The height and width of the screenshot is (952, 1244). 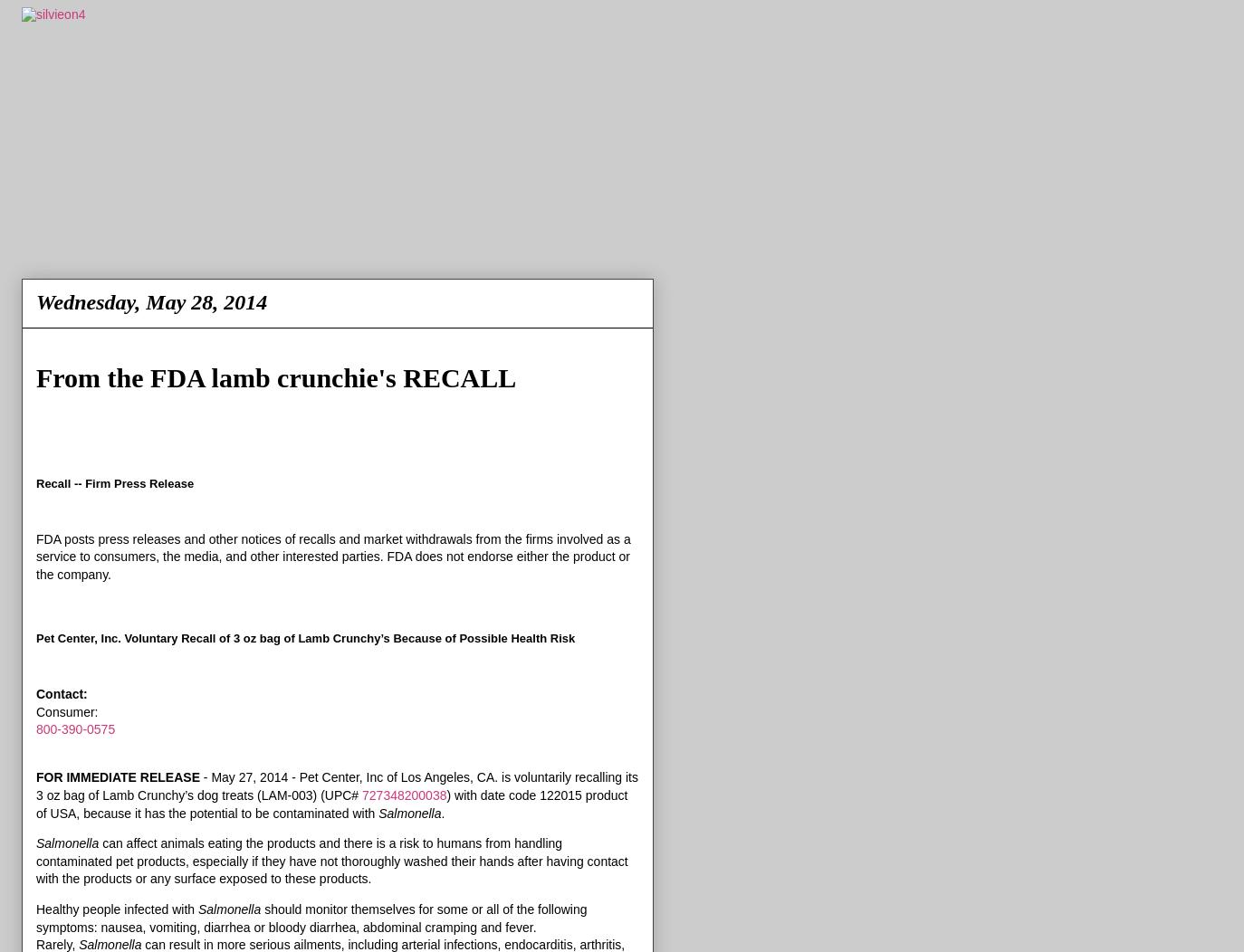 What do you see at coordinates (440, 812) in the screenshot?
I see `'.'` at bounding box center [440, 812].